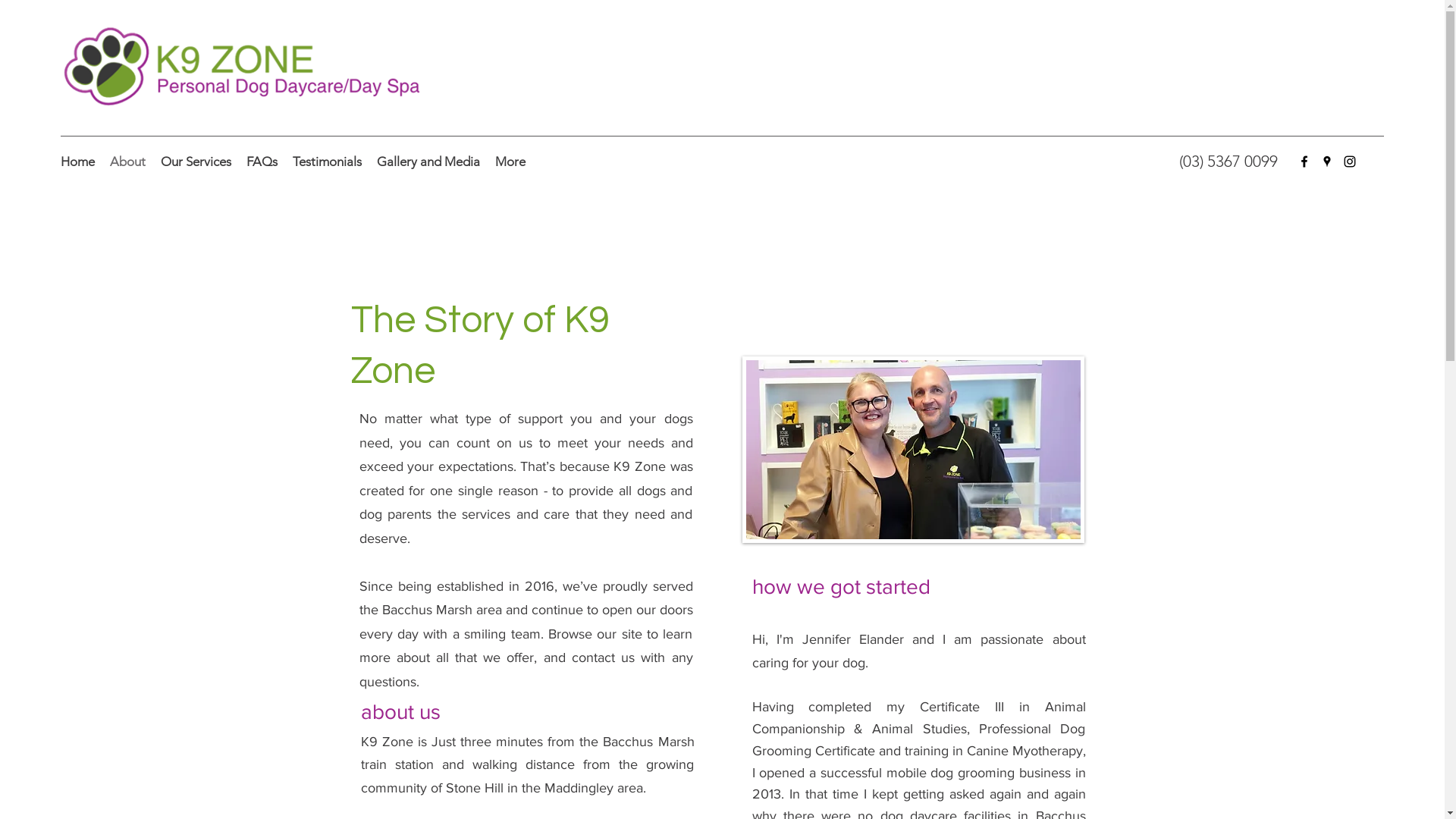  What do you see at coordinates (369, 161) in the screenshot?
I see `'Gallery and Media'` at bounding box center [369, 161].